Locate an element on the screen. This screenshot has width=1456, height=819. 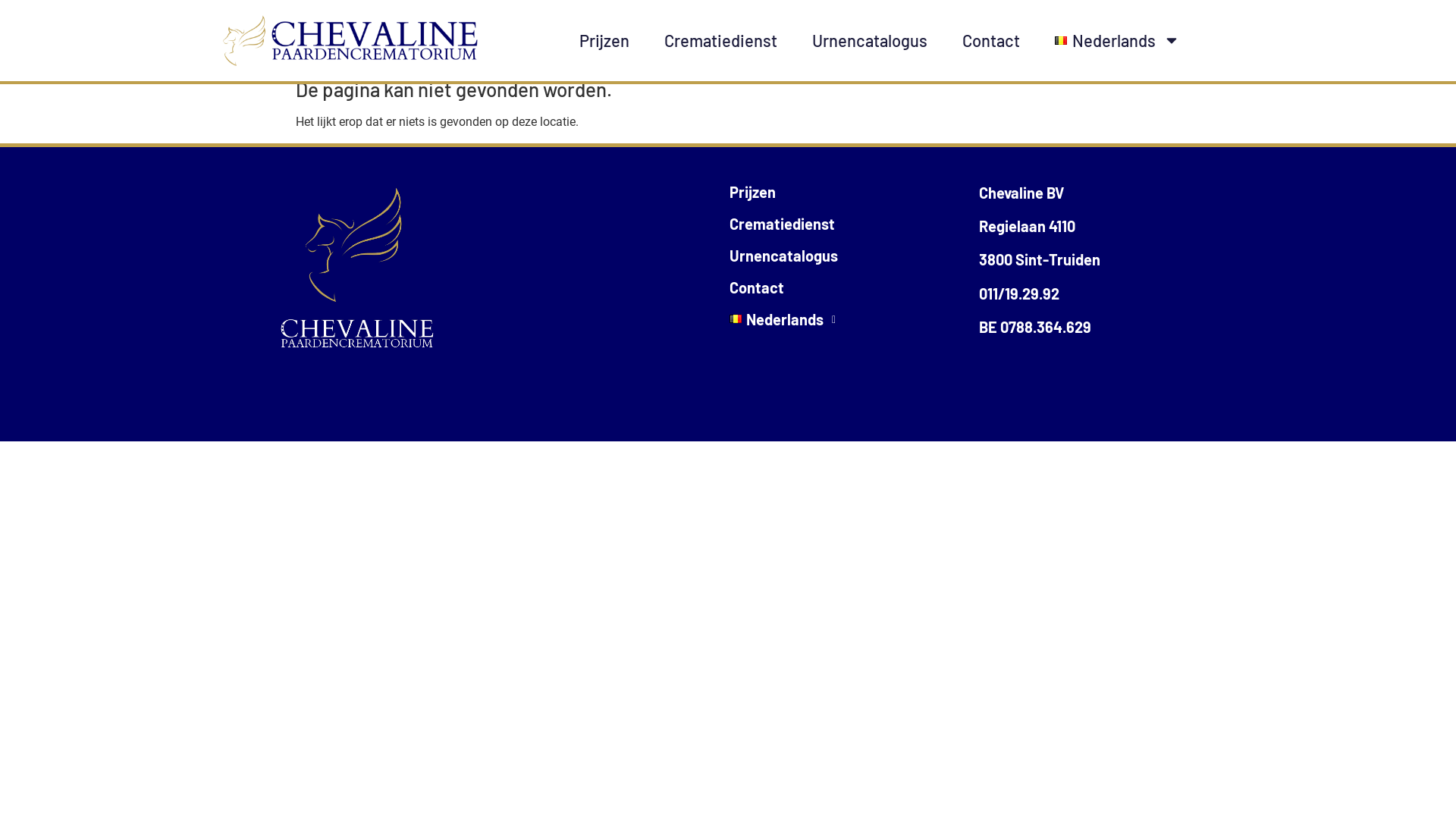
'Contact' is located at coordinates (946, 39).